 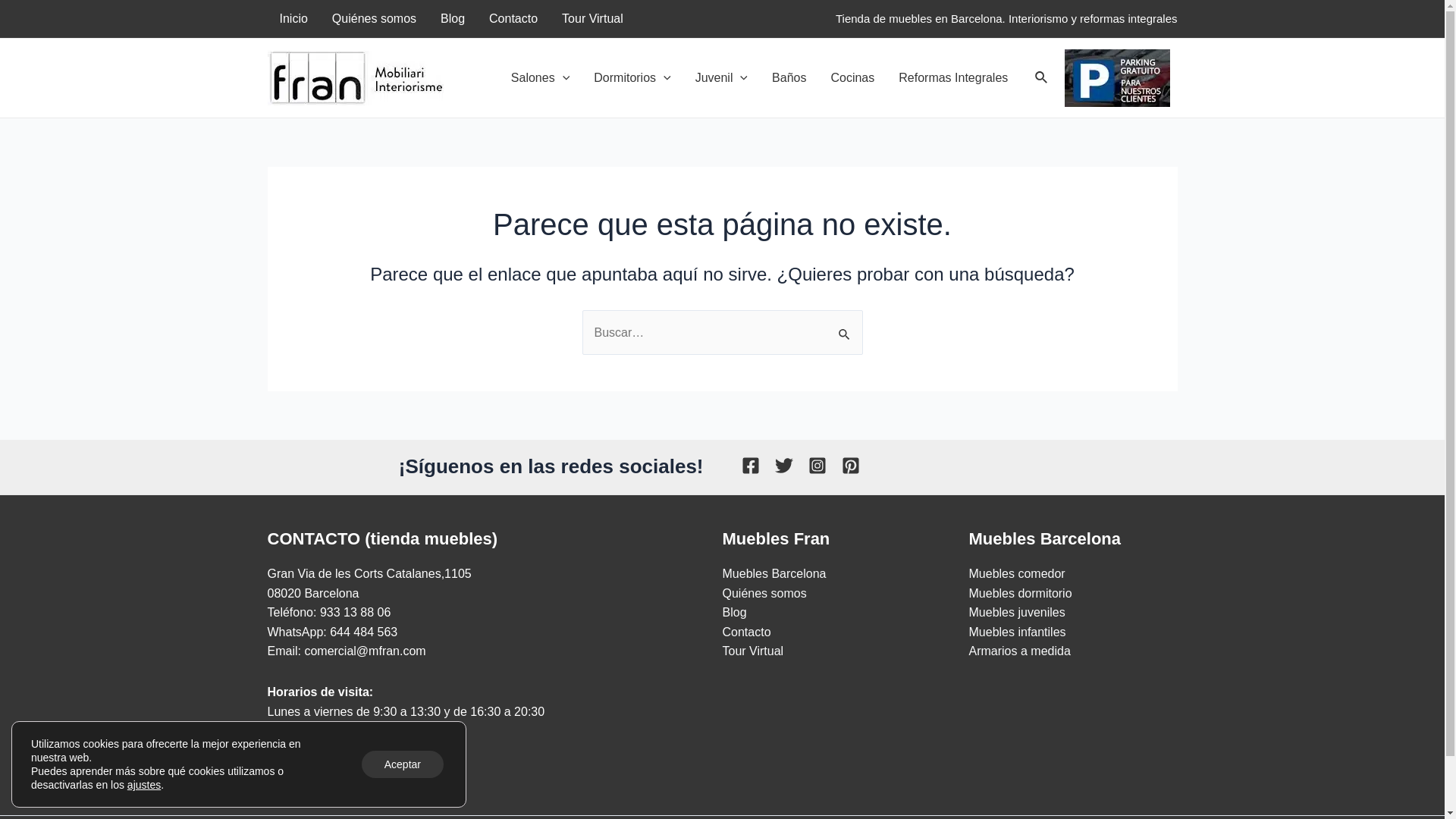 What do you see at coordinates (513, 18) in the screenshot?
I see `'Contacto'` at bounding box center [513, 18].